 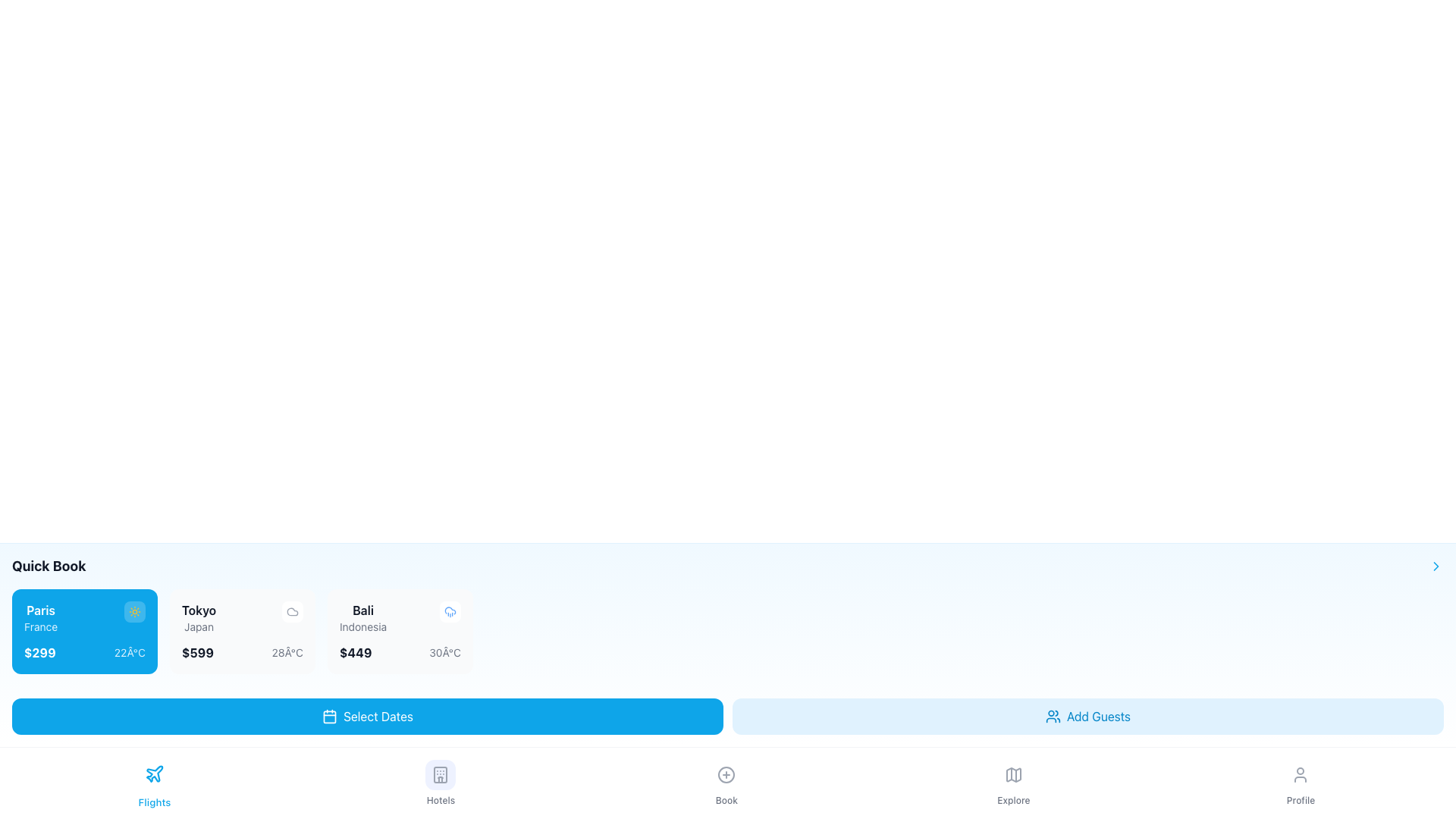 I want to click on the user profile icon button, which is visually represented as an outline of a person, located in the bottom-right corner of the interface within the 'Profile' section, so click(x=1300, y=775).